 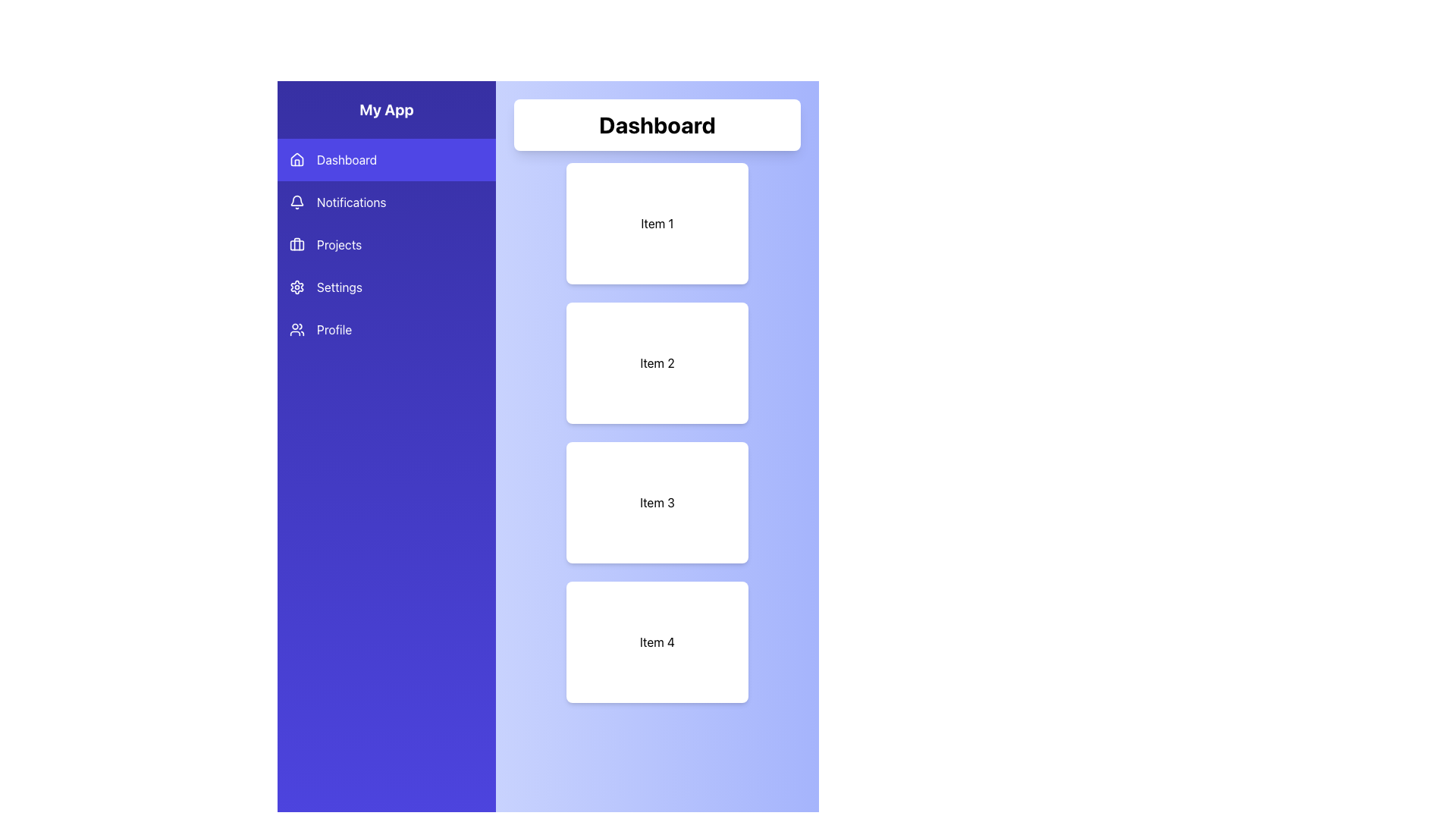 I want to click on the 'Dashboard' text label in the vertical navigation menu to trigger hover effects, so click(x=346, y=160).